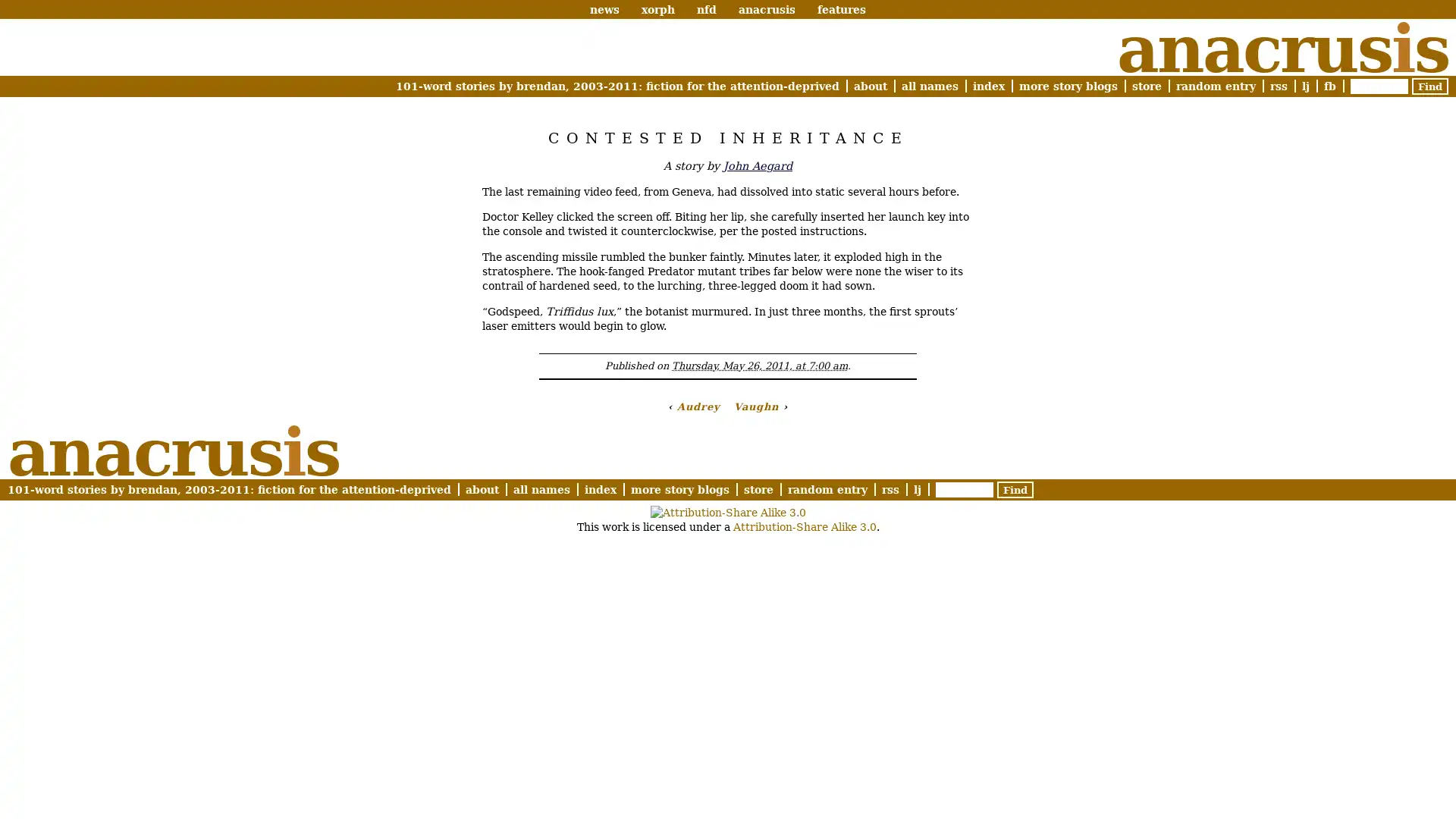 The width and height of the screenshot is (1456, 819). What do you see at coordinates (1429, 86) in the screenshot?
I see `Find` at bounding box center [1429, 86].